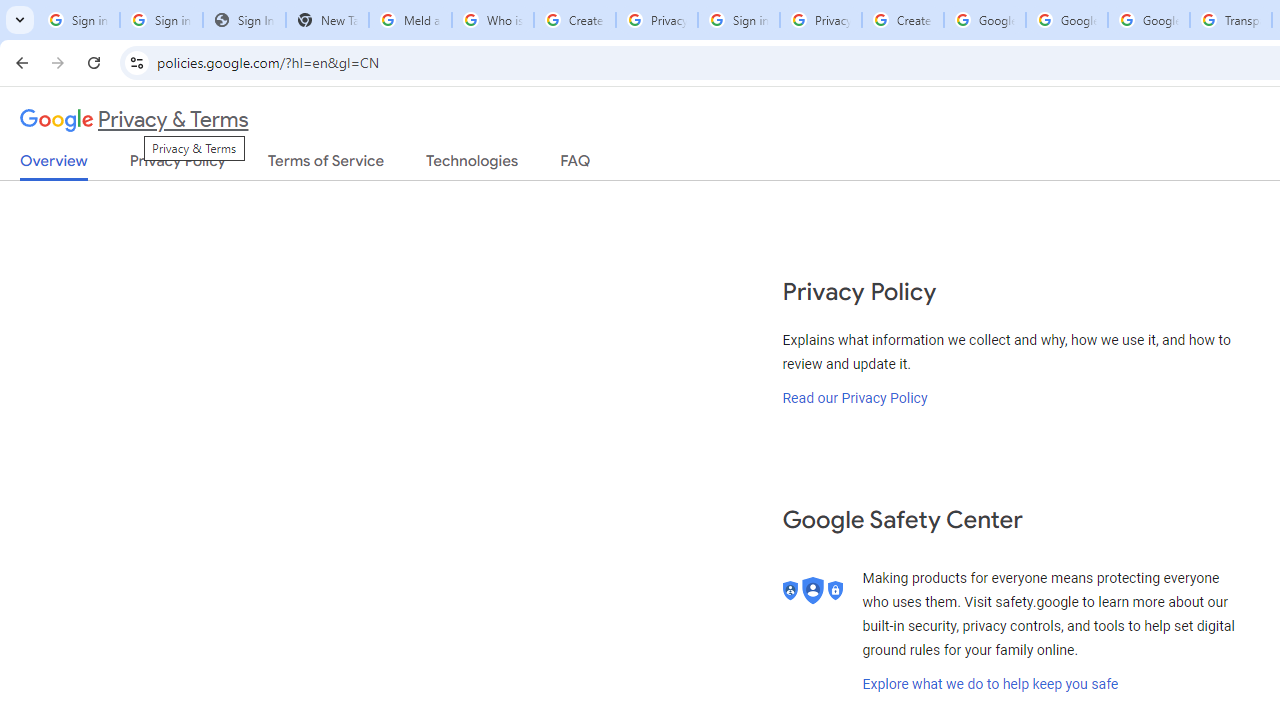  I want to click on 'Sign In - USA TODAY', so click(243, 20).